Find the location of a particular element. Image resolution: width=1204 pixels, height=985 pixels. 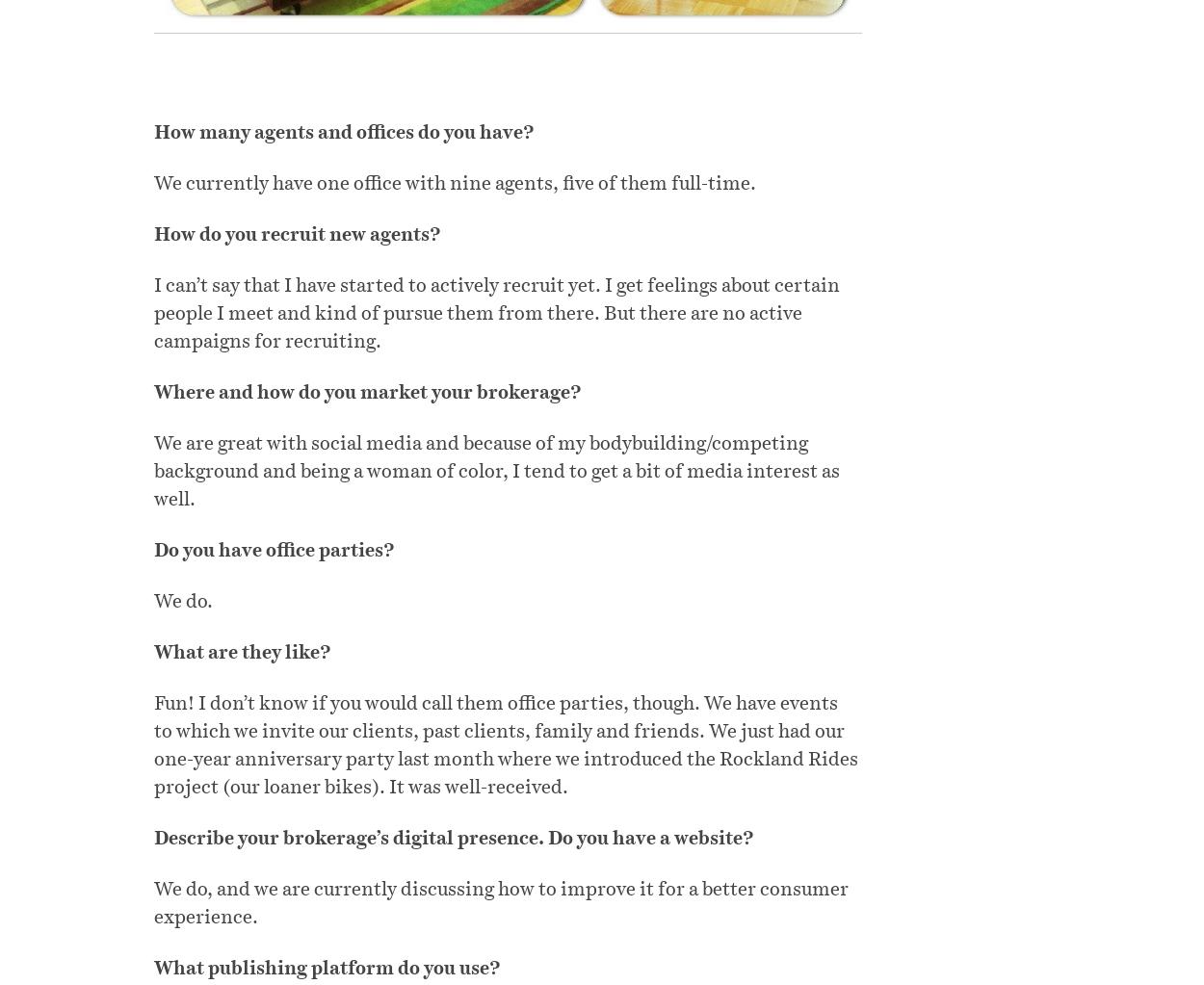

'We do.' is located at coordinates (182, 600).